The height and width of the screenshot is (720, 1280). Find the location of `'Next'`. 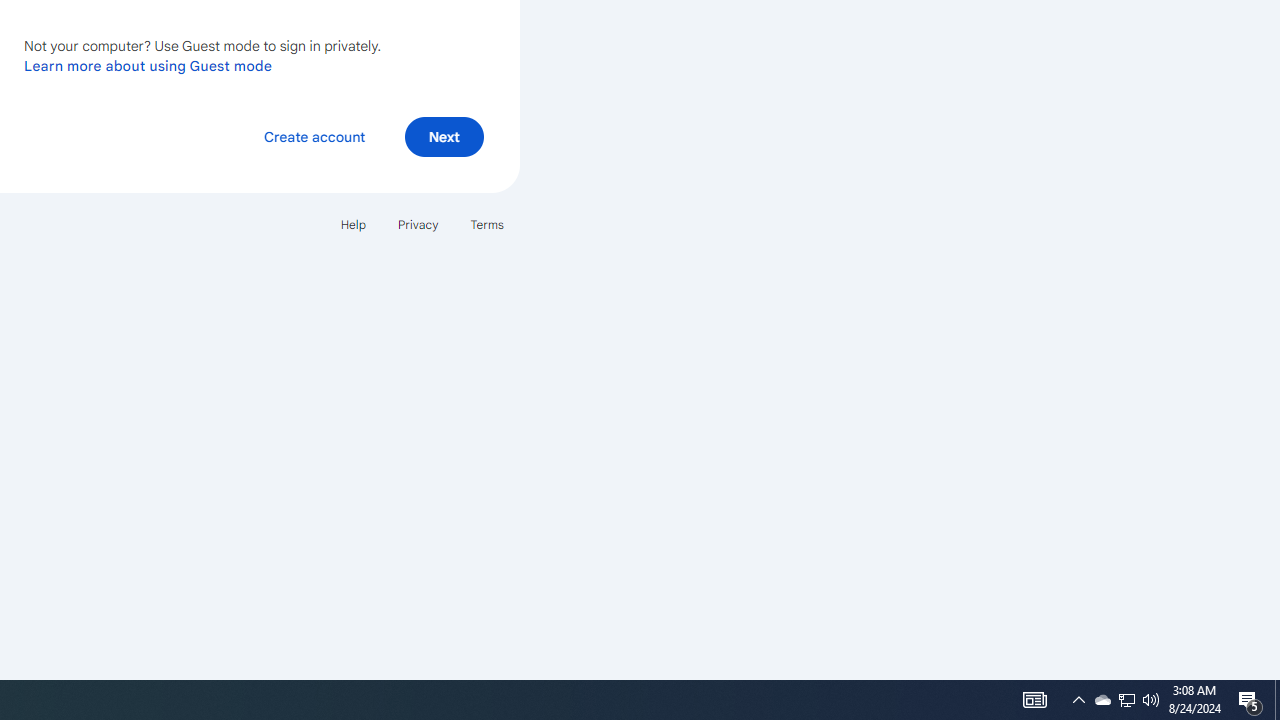

'Next' is located at coordinates (443, 135).